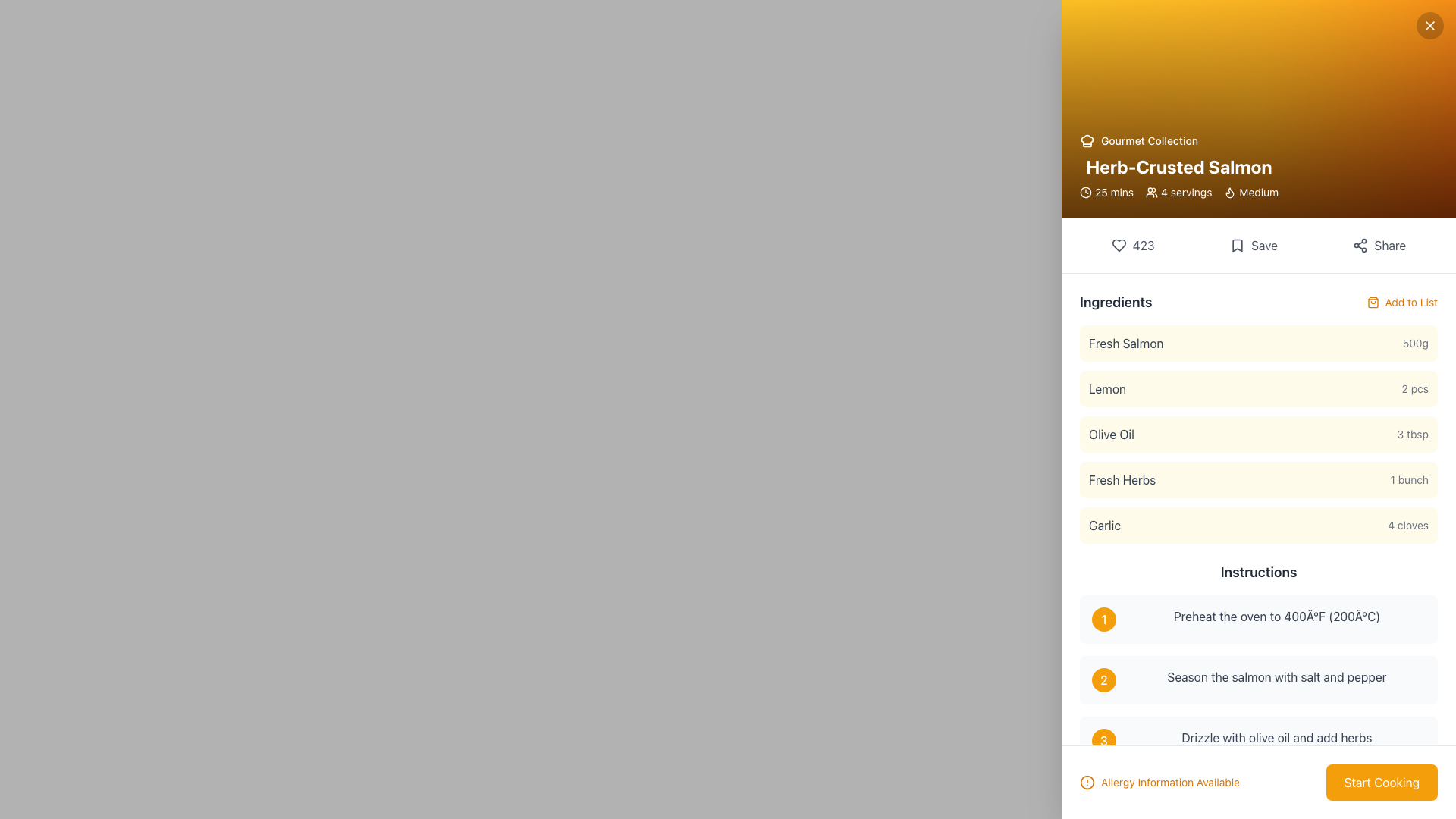 The width and height of the screenshot is (1456, 819). What do you see at coordinates (1360, 245) in the screenshot?
I see `the icon button resembling three interconnected circles, styled in dark gray, located next to the 'Share' text in the upper-right section of the interface` at bounding box center [1360, 245].